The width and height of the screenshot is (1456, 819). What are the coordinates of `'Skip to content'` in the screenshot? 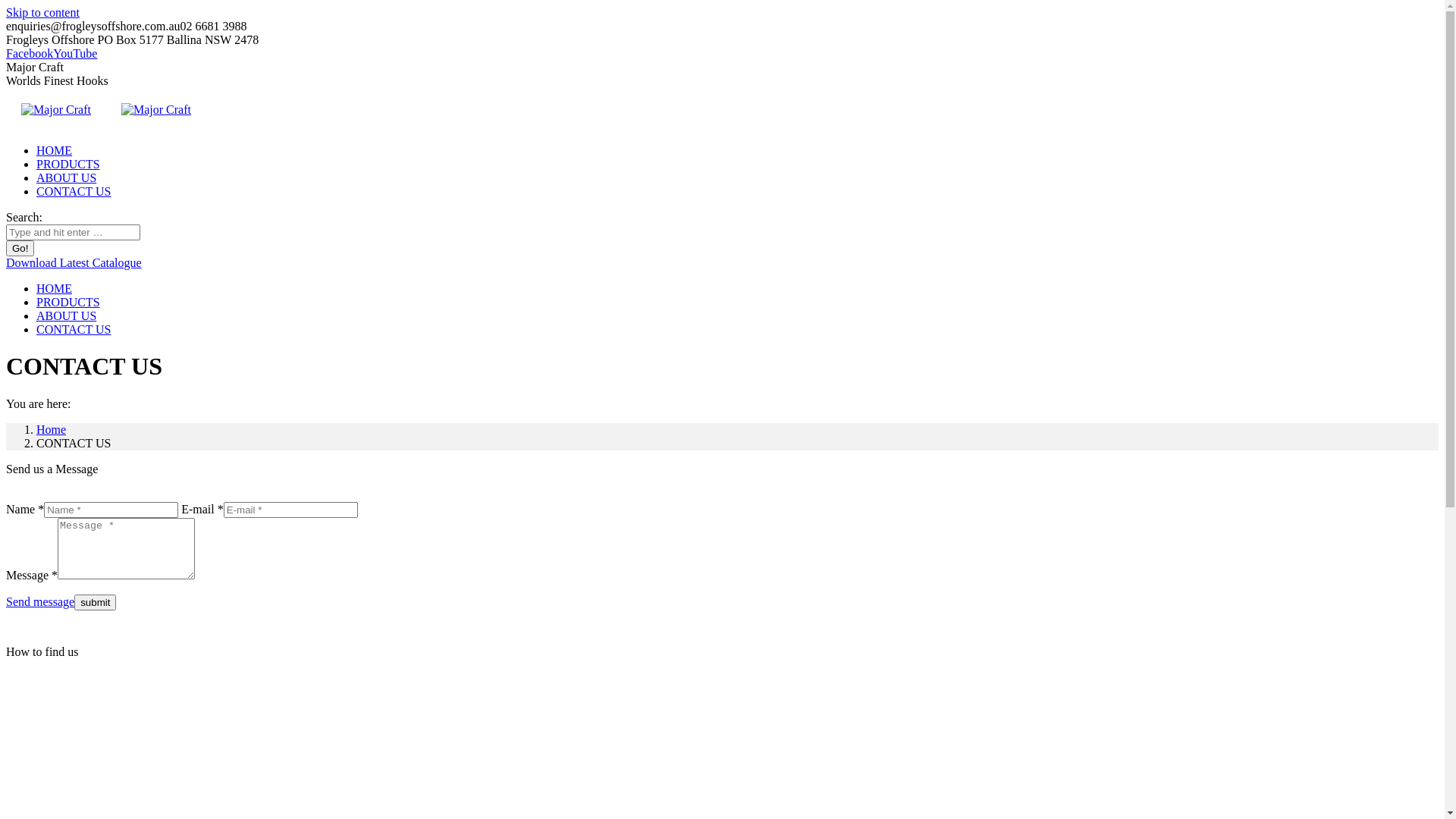 It's located at (6, 12).